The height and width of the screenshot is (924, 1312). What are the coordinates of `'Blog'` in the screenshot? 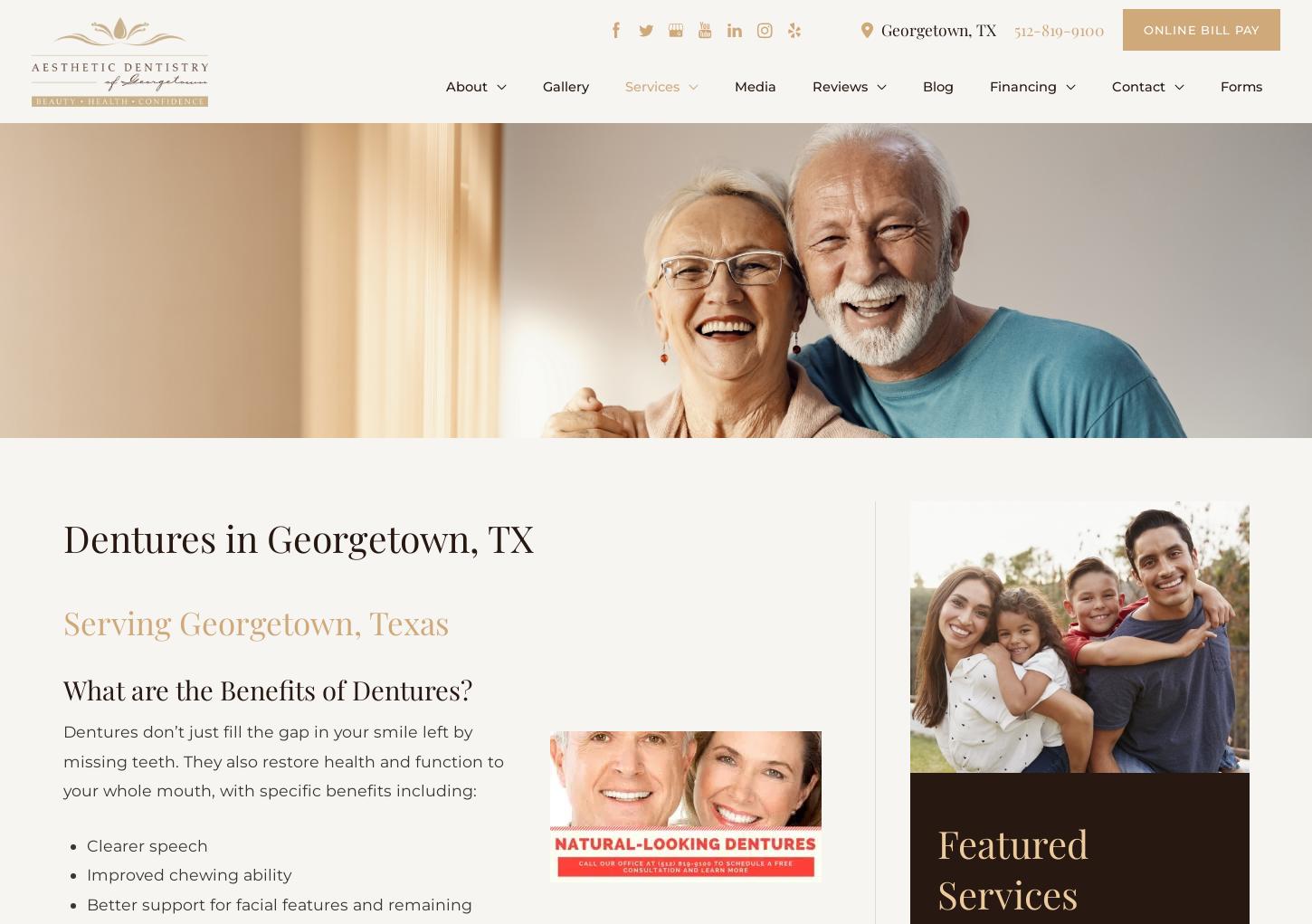 It's located at (962, 85).